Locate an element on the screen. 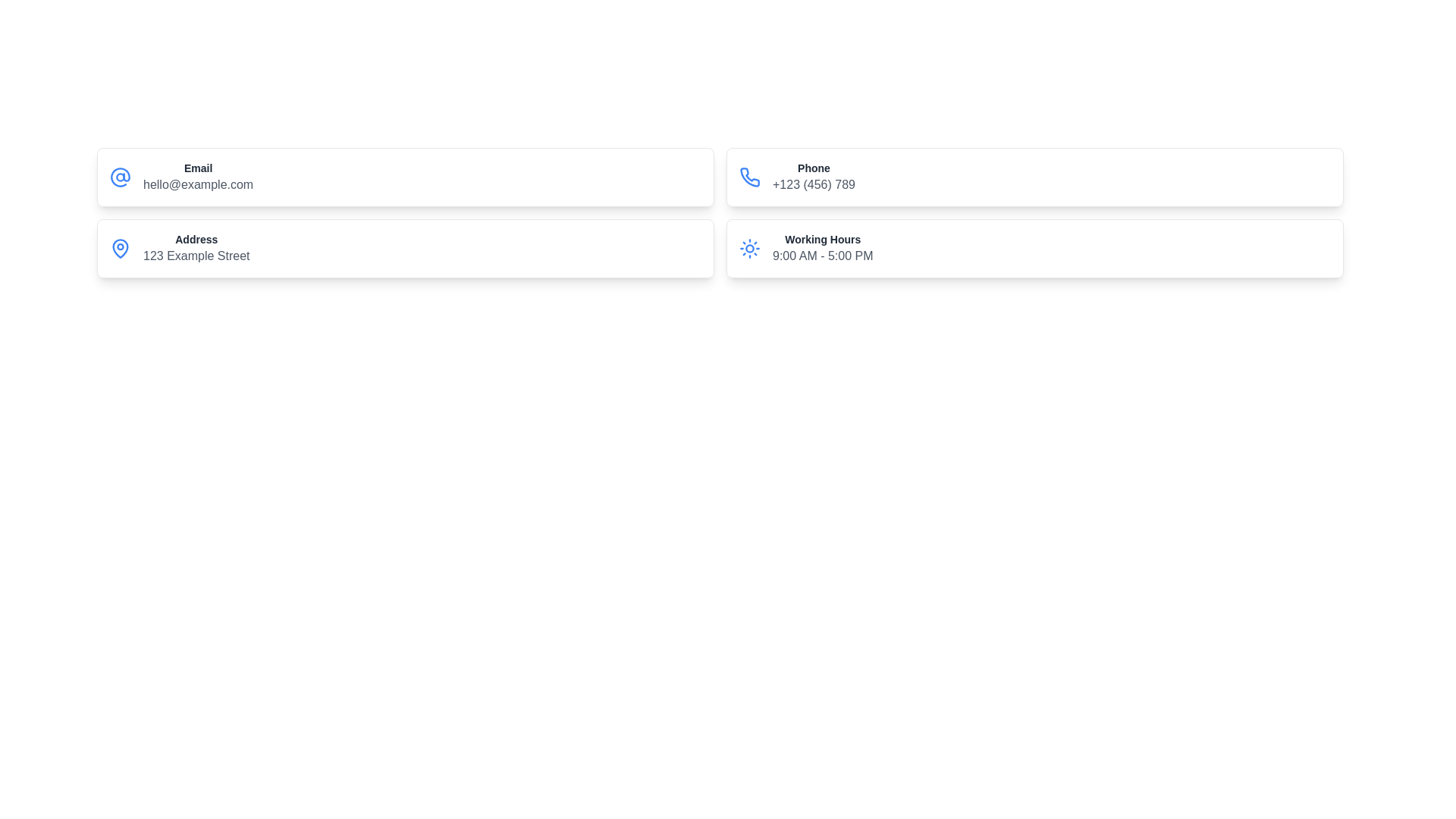 The height and width of the screenshot is (819, 1456). the textual information display labeled 'Phone' which shows the phone number '+123 (456) 789', styled in bold dark font on a light background is located at coordinates (813, 177).